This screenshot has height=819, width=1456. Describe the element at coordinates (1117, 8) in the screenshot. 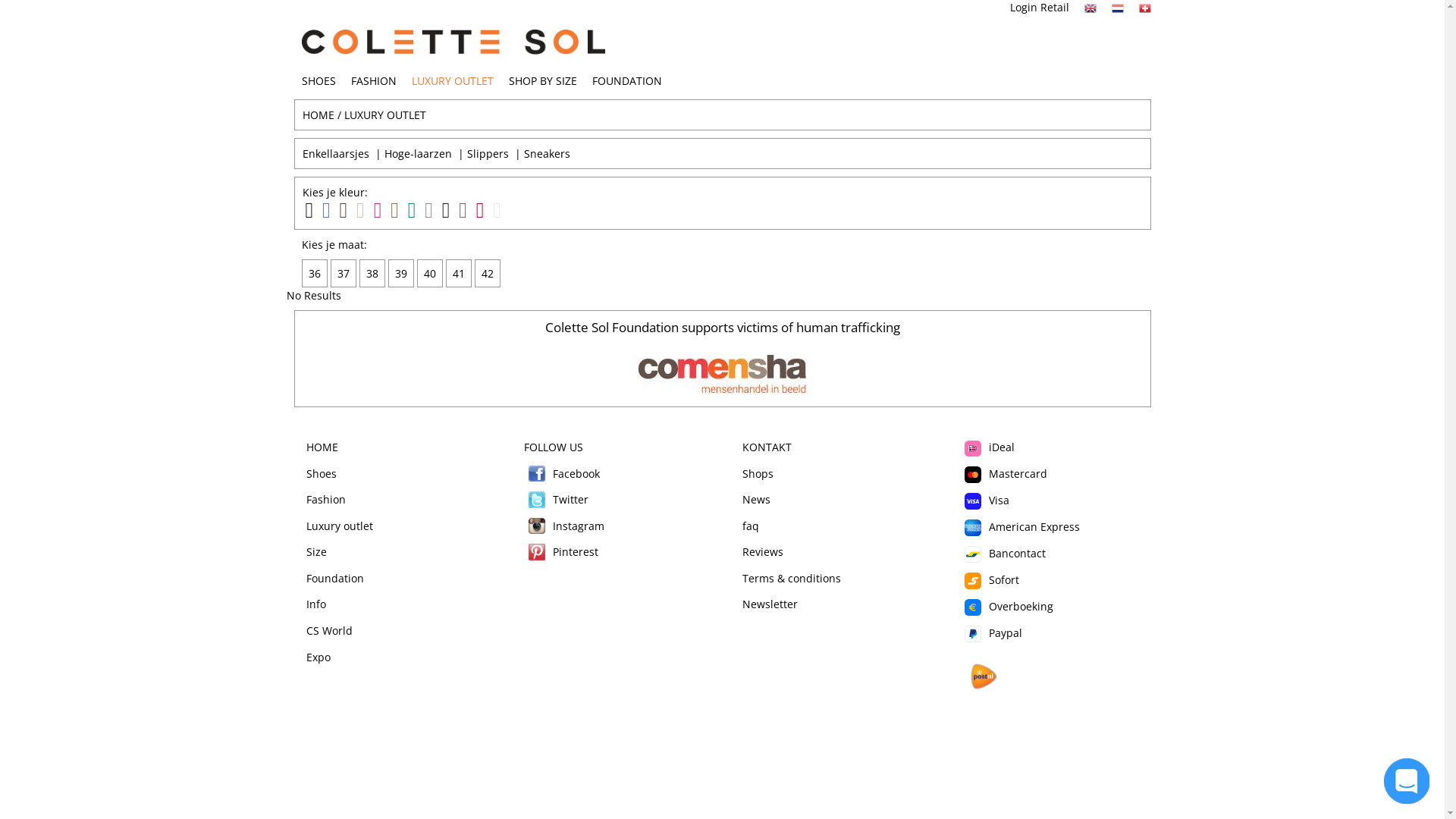

I see `'Nederlands'` at that location.